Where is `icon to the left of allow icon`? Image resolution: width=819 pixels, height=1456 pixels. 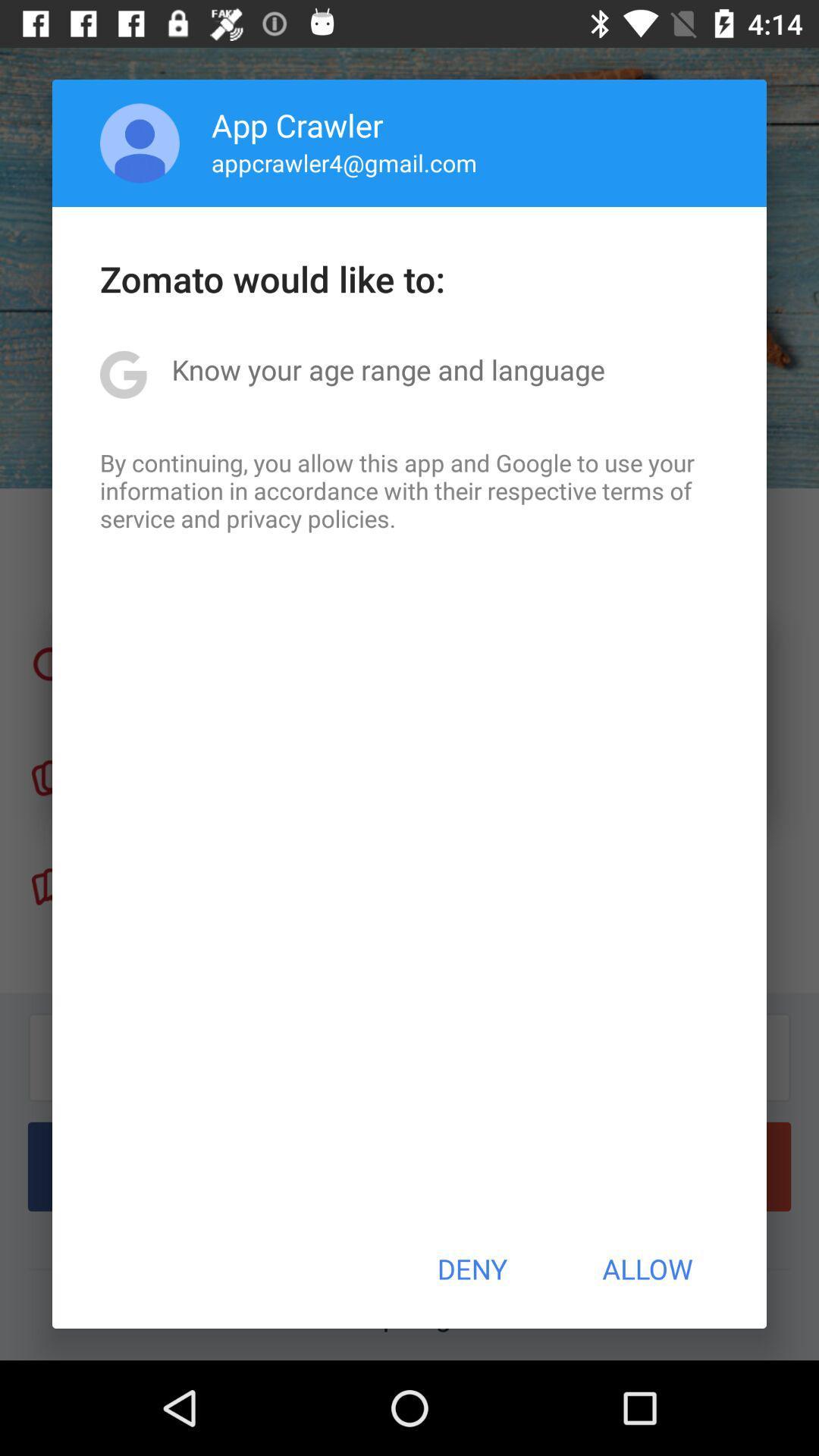
icon to the left of allow icon is located at coordinates (471, 1269).